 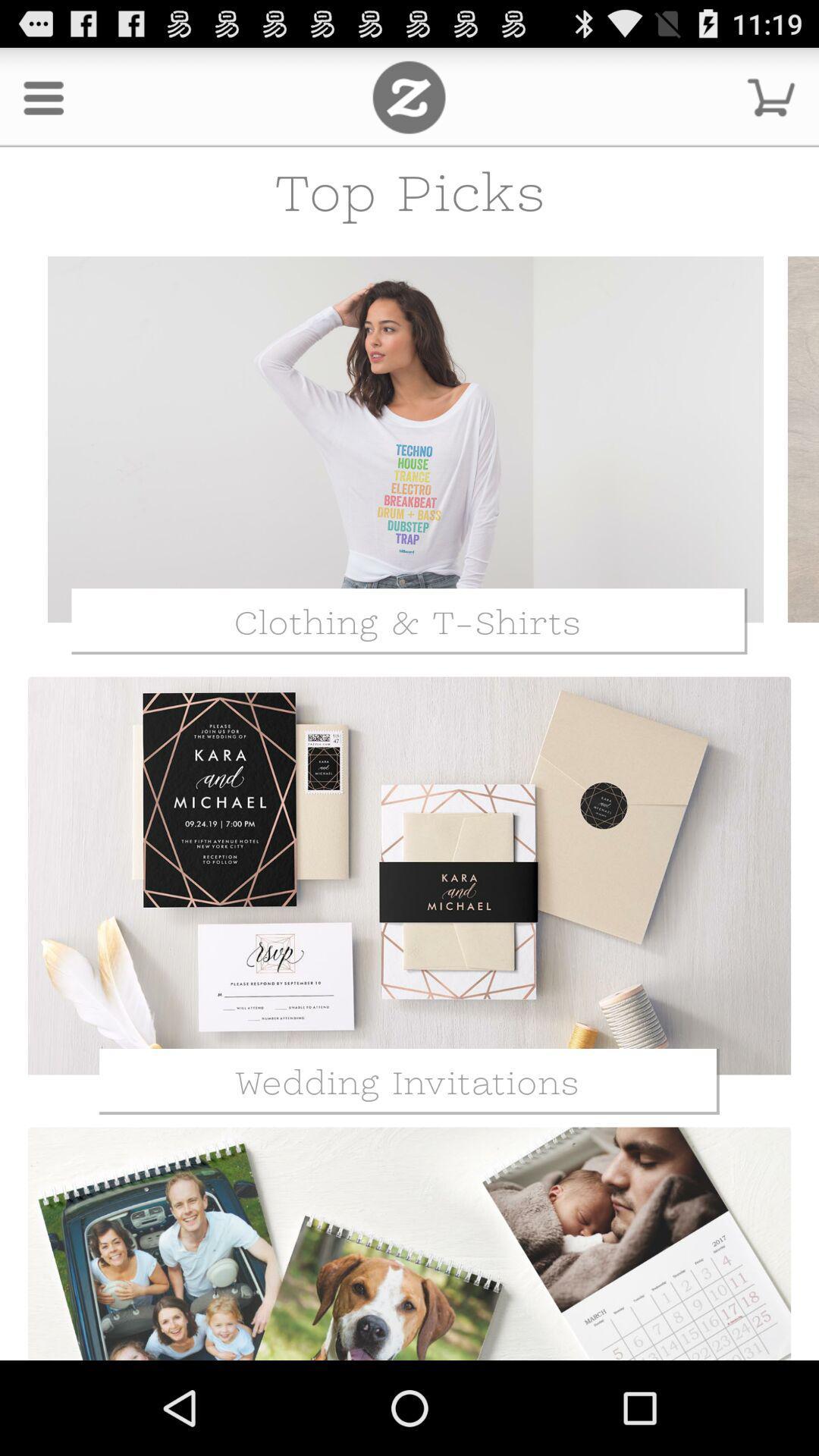 What do you see at coordinates (771, 103) in the screenshot?
I see `the cart icon` at bounding box center [771, 103].